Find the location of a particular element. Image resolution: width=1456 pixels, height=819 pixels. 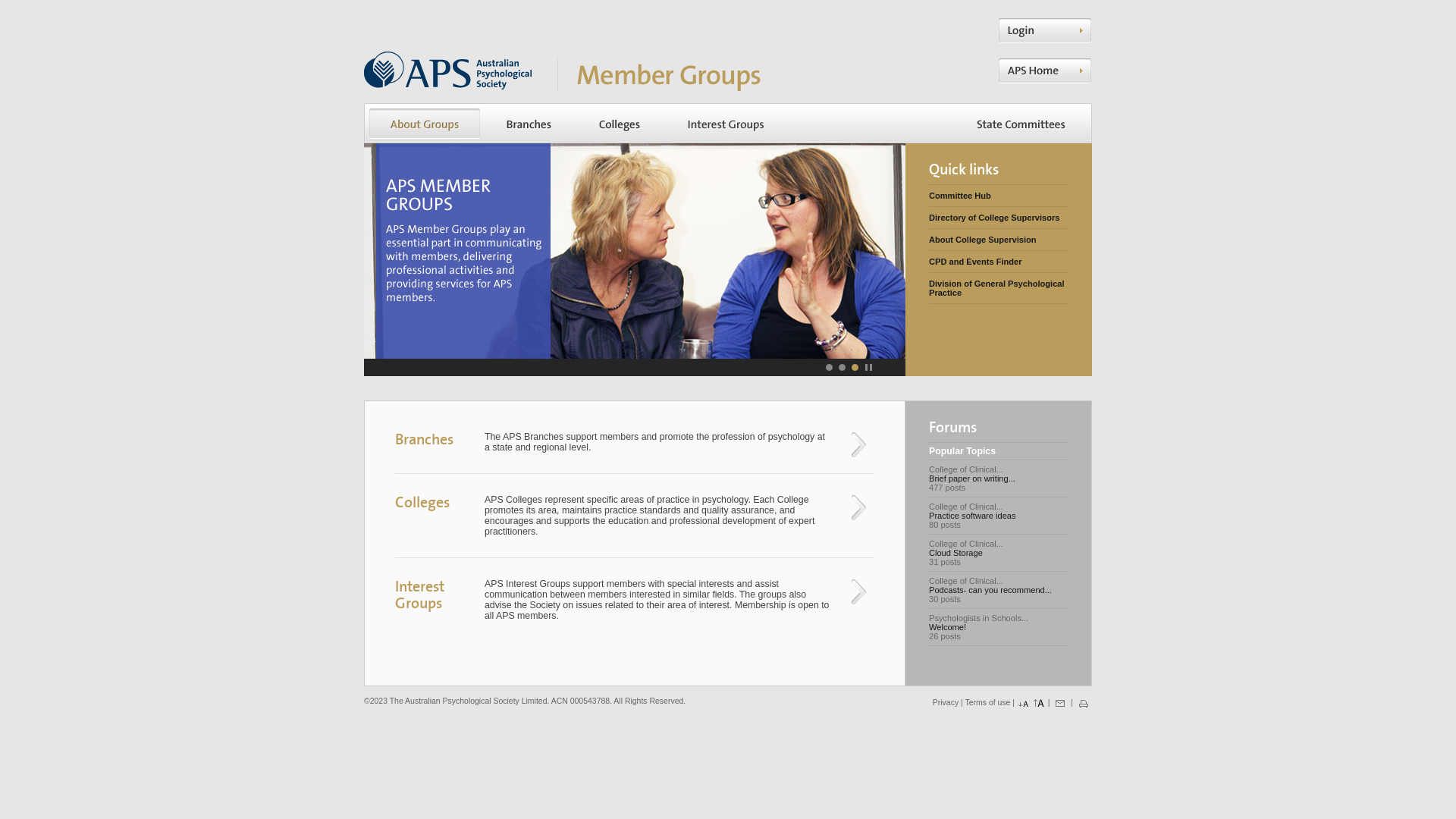

'Directory of College Supervisors' is located at coordinates (998, 217).